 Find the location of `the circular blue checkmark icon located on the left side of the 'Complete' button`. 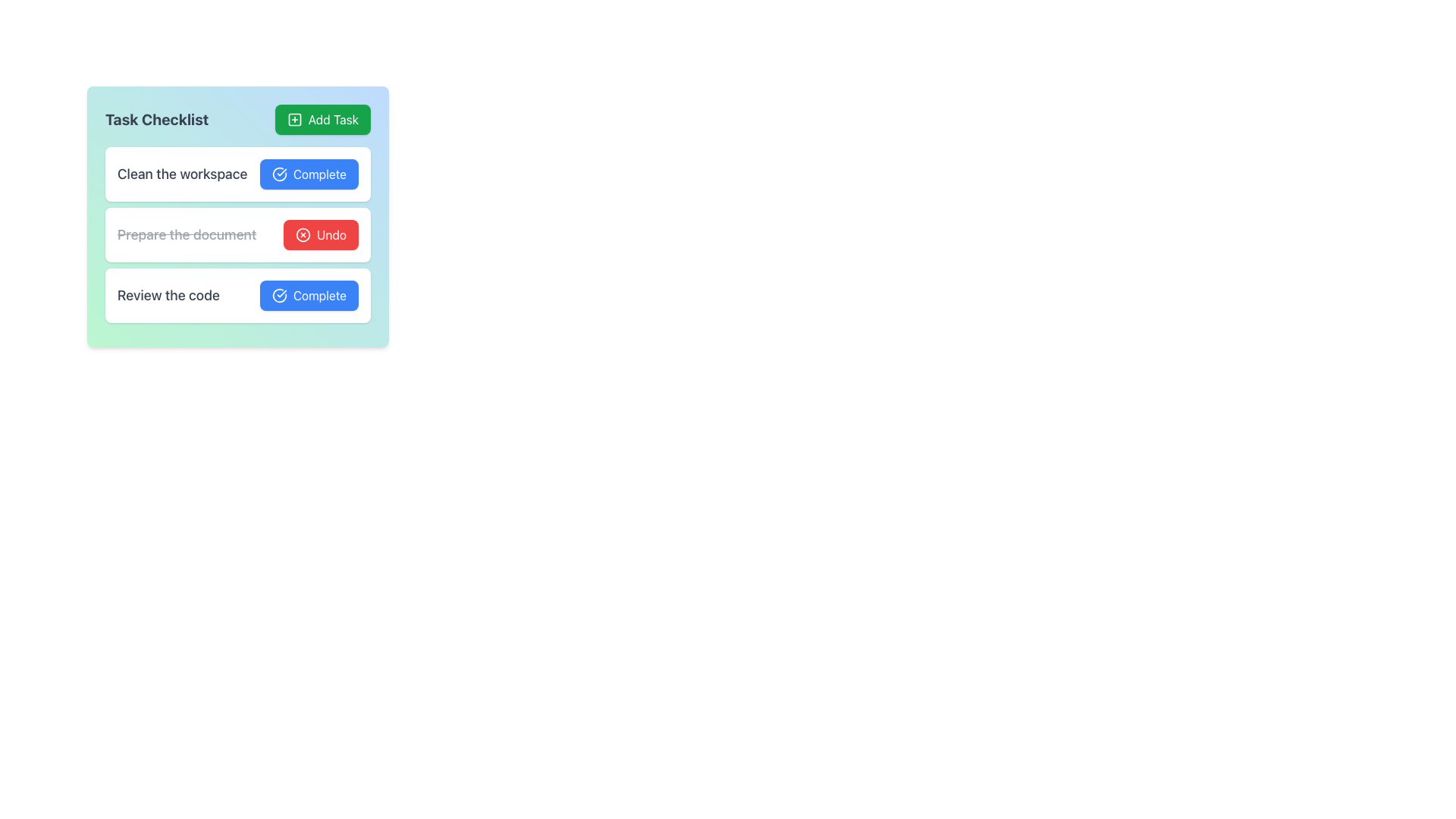

the circular blue checkmark icon located on the left side of the 'Complete' button is located at coordinates (279, 295).